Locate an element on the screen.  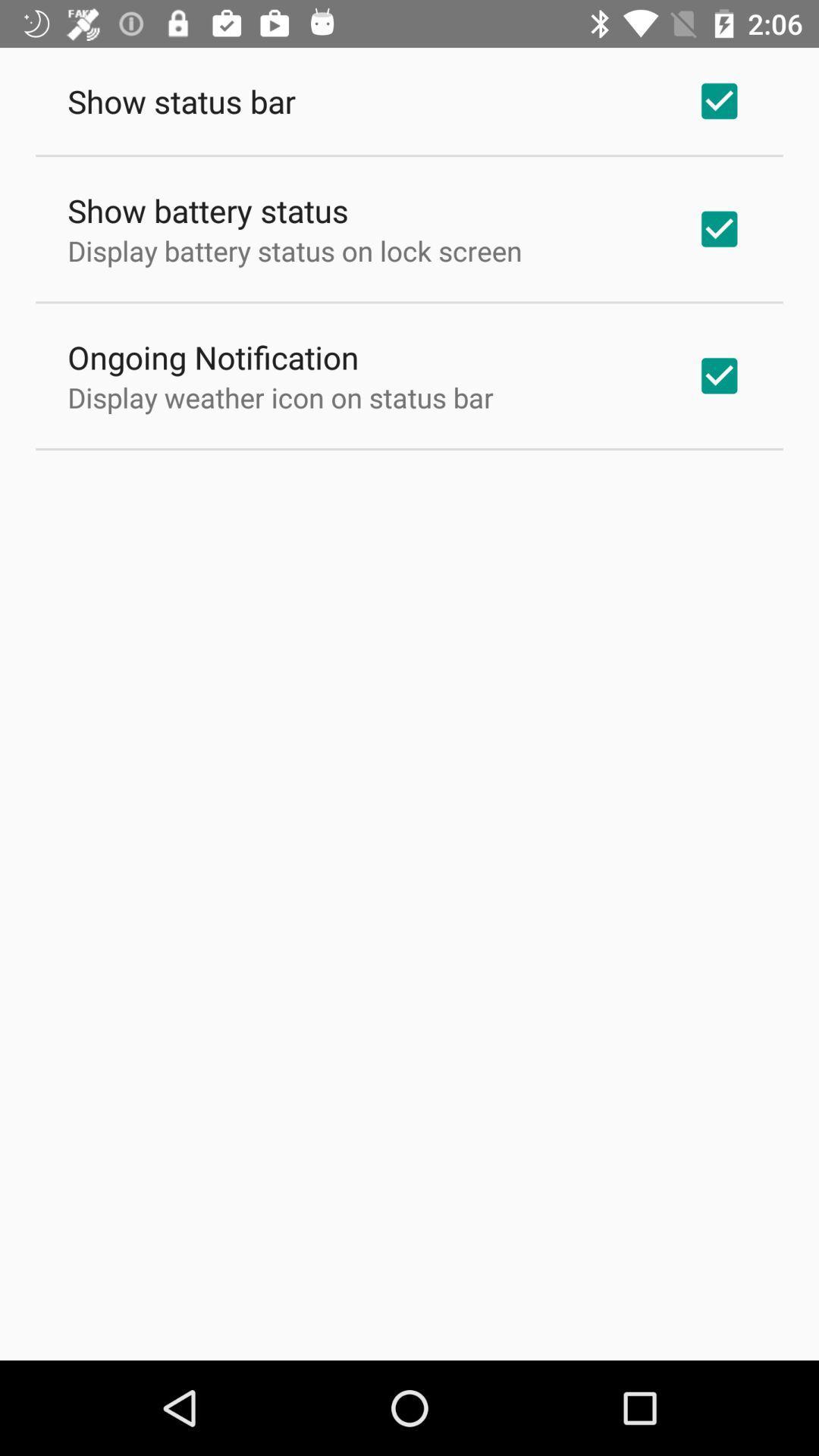
the icon above display weather icon app is located at coordinates (213, 356).